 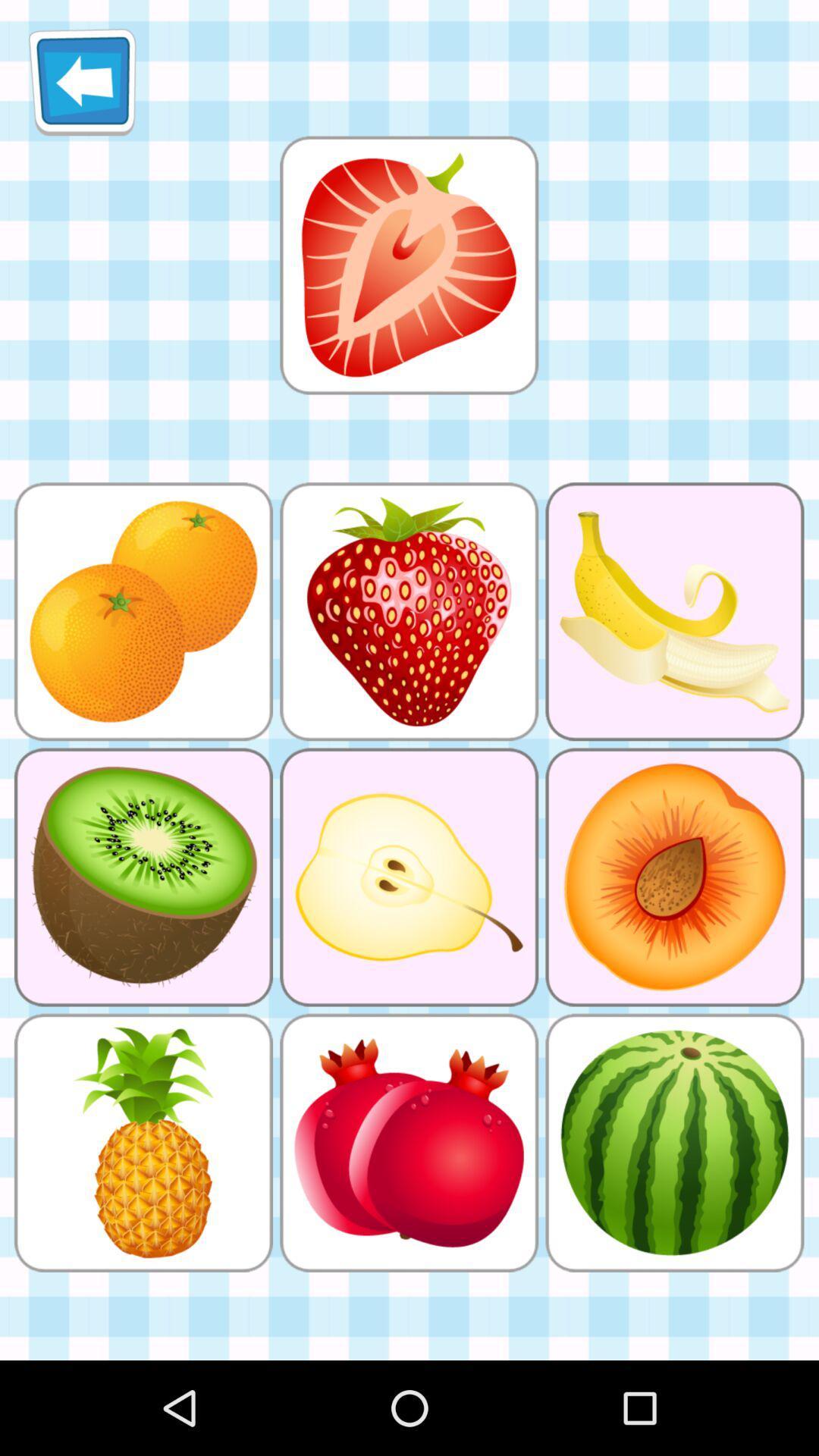 What do you see at coordinates (408, 265) in the screenshot?
I see `picture` at bounding box center [408, 265].